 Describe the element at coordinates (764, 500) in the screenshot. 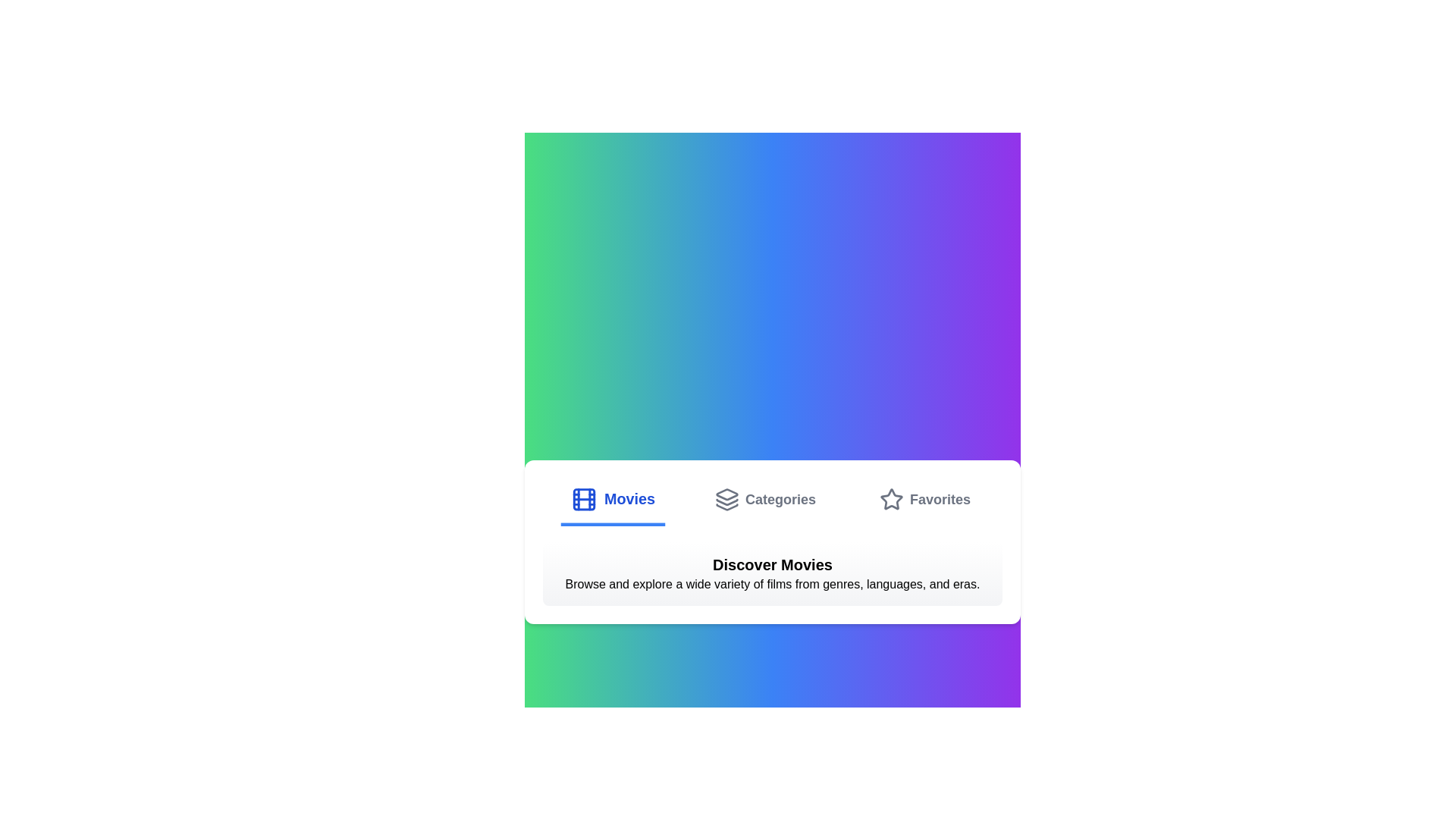

I see `the Categories tab` at that location.